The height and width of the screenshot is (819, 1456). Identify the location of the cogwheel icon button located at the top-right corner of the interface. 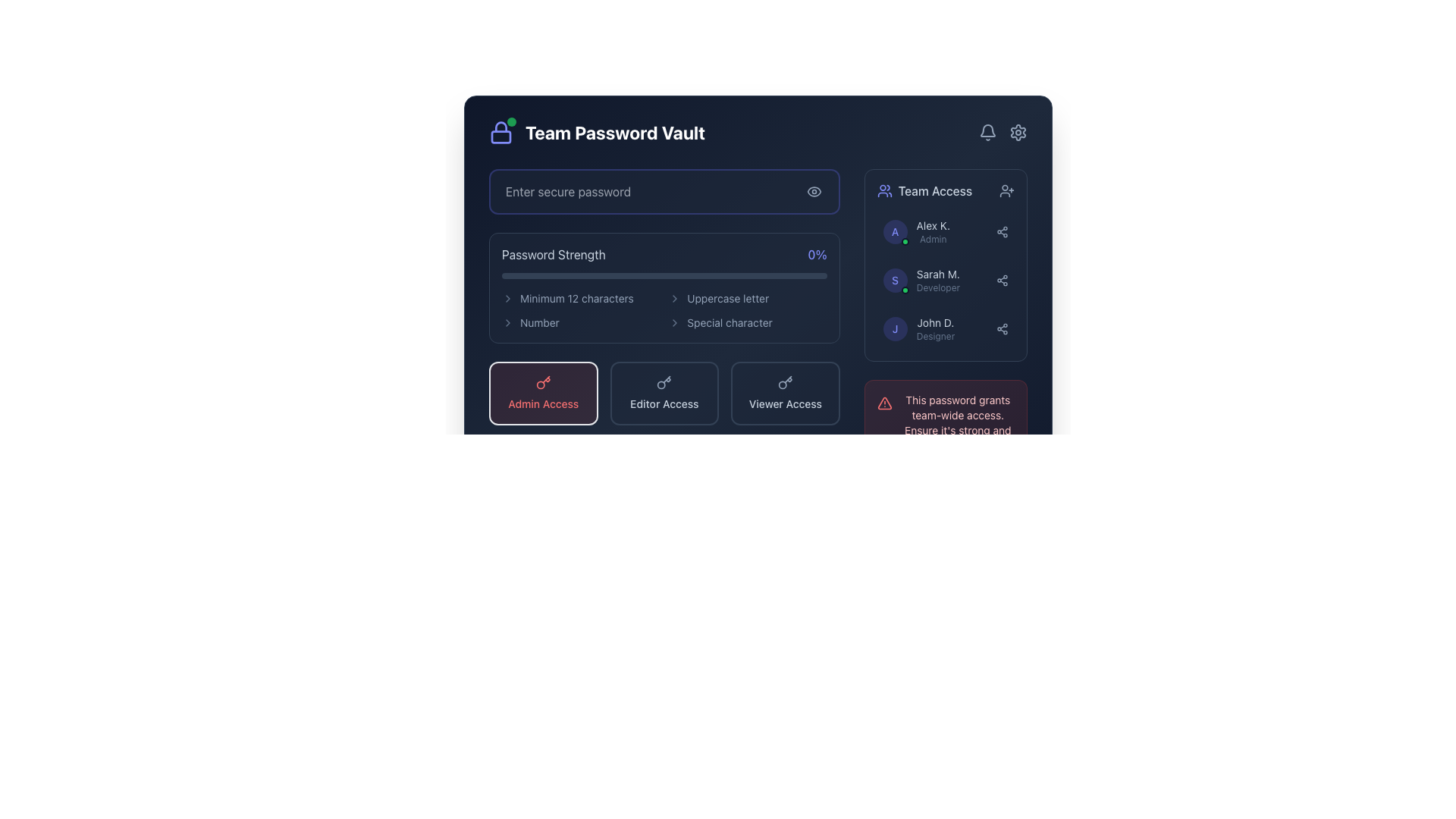
(1018, 131).